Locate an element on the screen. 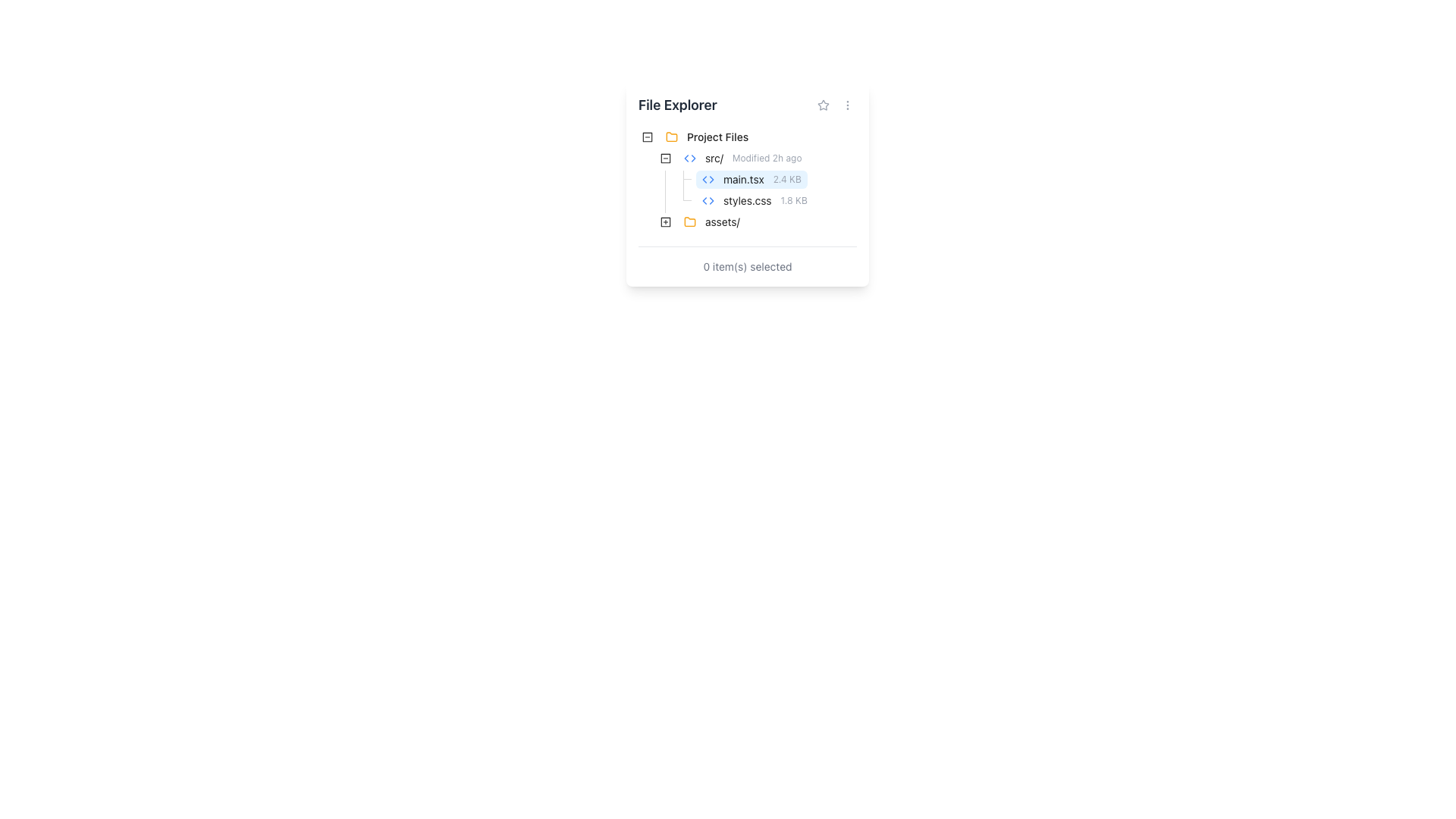 This screenshot has width=1456, height=819. the Decorative indentation marker element in the tree structure under 'Project Files', associated with the 'assets/' item is located at coordinates (648, 222).